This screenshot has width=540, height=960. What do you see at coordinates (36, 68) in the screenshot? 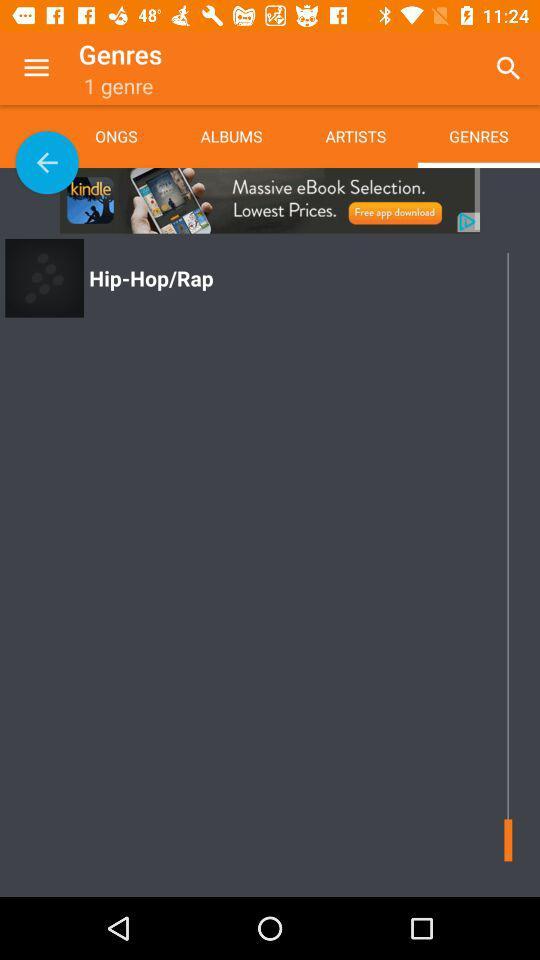
I see `the app next to genres app` at bounding box center [36, 68].